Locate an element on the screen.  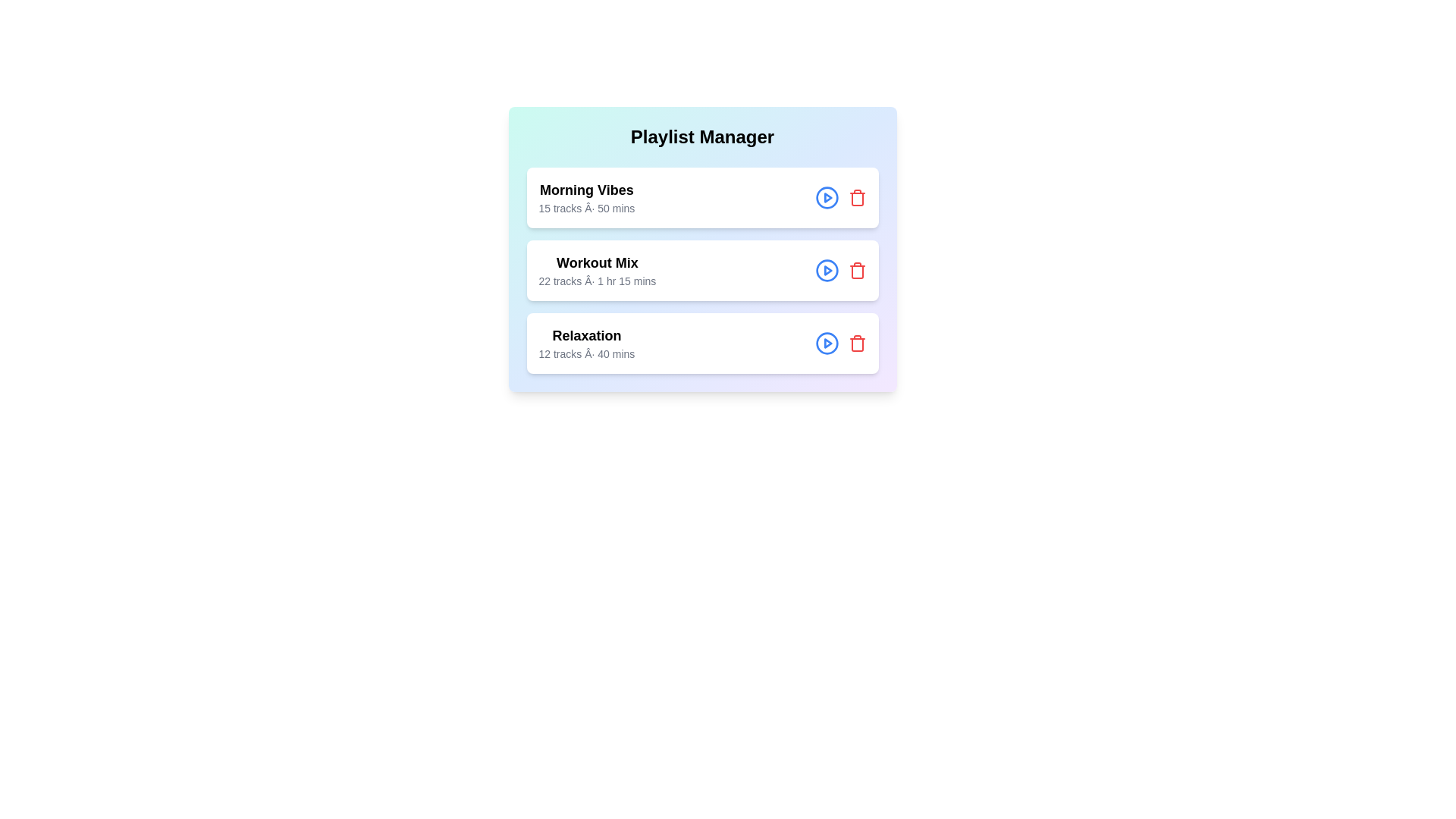
play button for the playlist titled Relaxation is located at coordinates (826, 343).